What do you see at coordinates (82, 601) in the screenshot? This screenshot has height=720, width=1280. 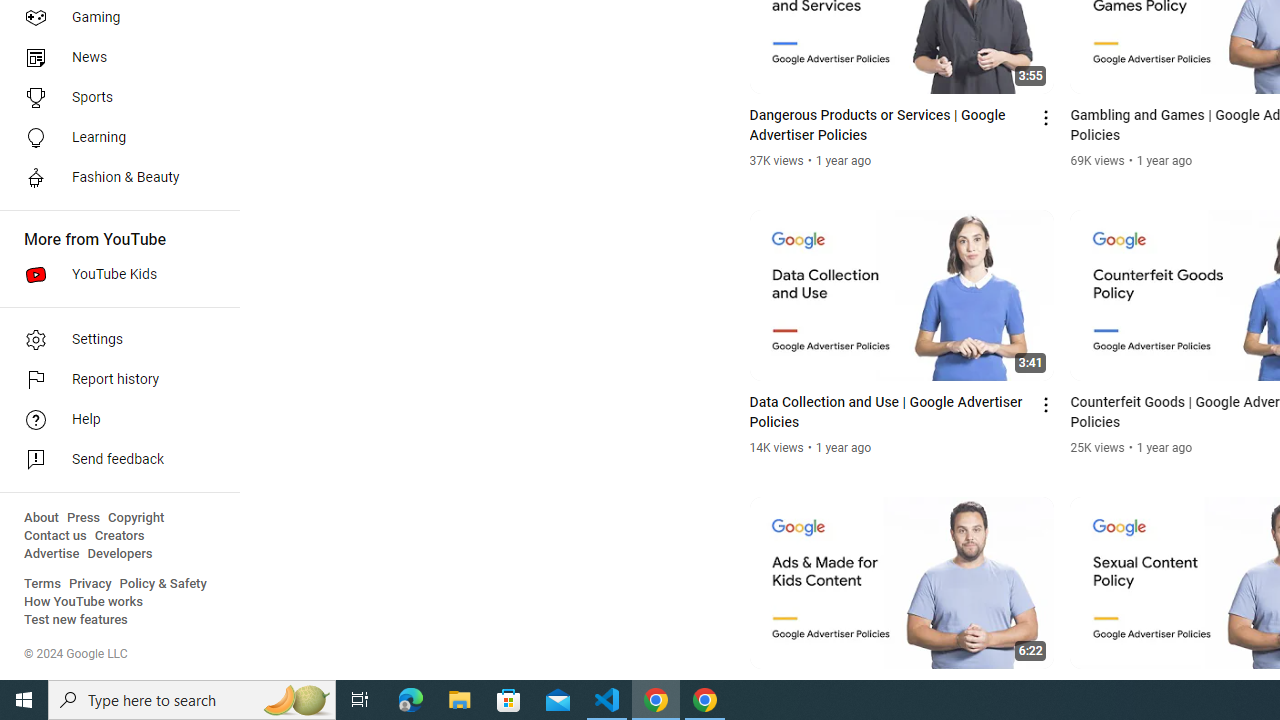 I see `'How YouTube works'` at bounding box center [82, 601].